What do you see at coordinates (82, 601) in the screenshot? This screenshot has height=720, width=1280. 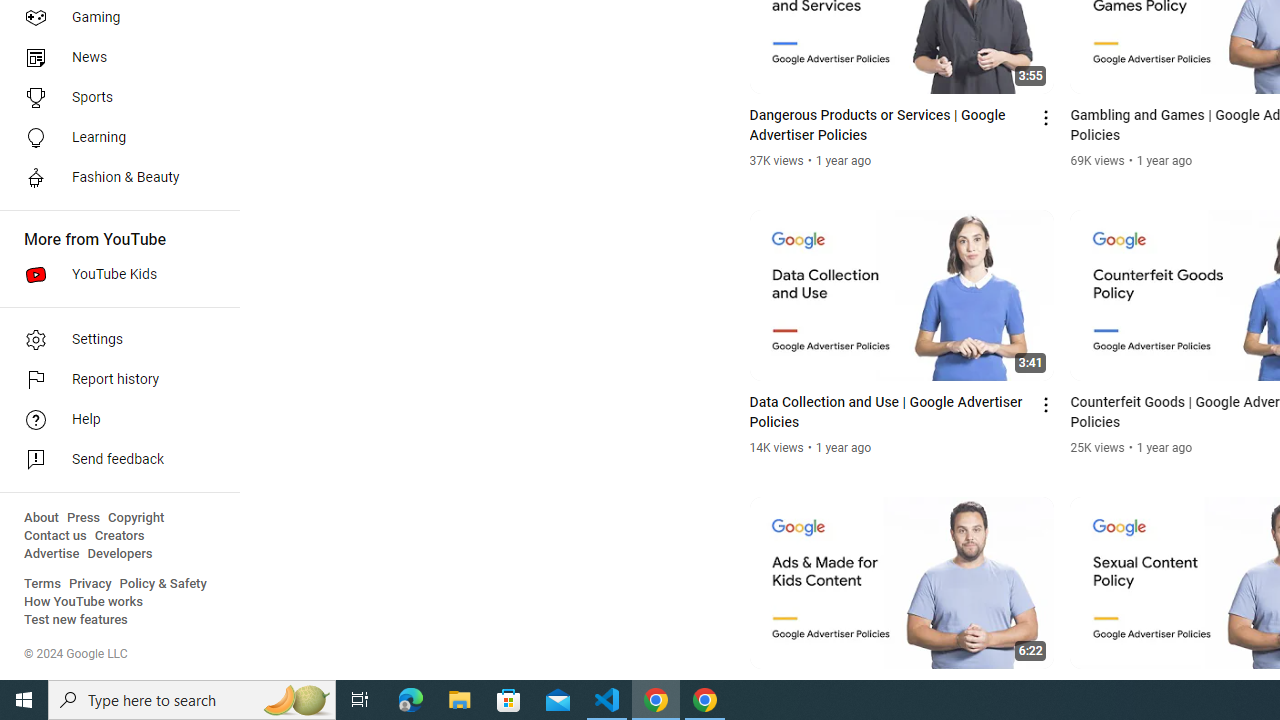 I see `'How YouTube works'` at bounding box center [82, 601].